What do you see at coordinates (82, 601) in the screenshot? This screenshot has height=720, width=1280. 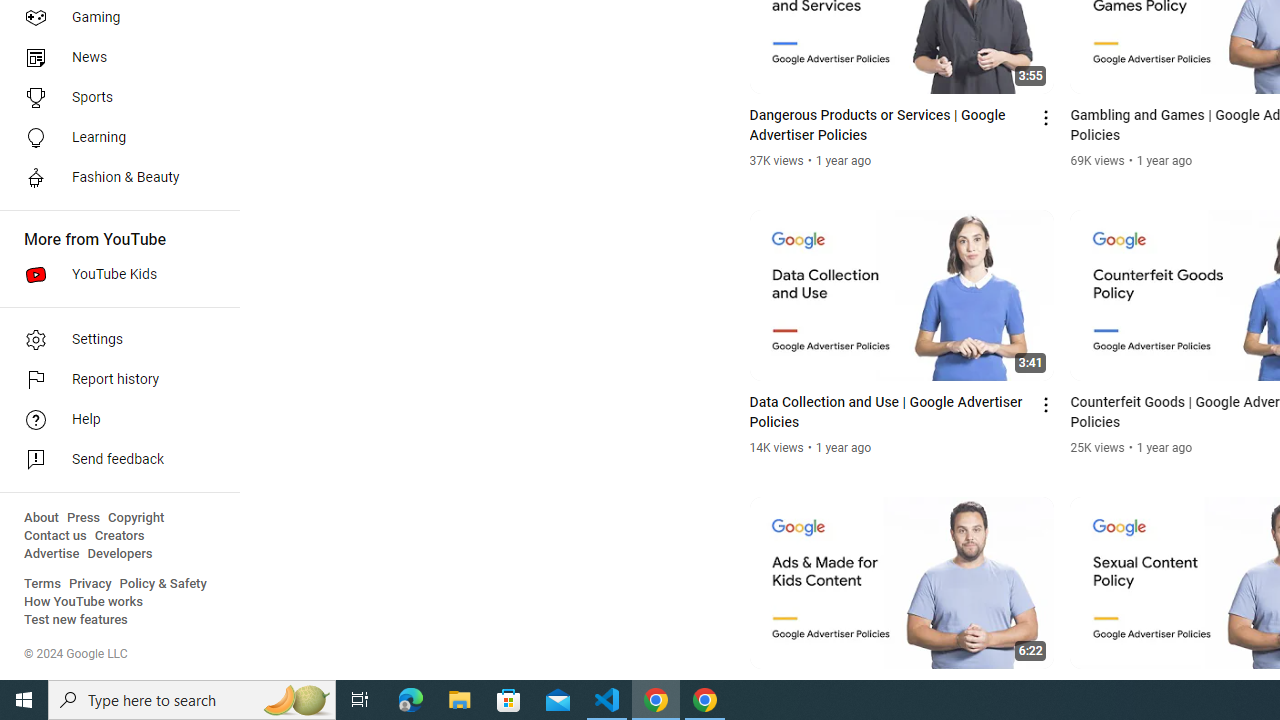 I see `'How YouTube works'` at bounding box center [82, 601].